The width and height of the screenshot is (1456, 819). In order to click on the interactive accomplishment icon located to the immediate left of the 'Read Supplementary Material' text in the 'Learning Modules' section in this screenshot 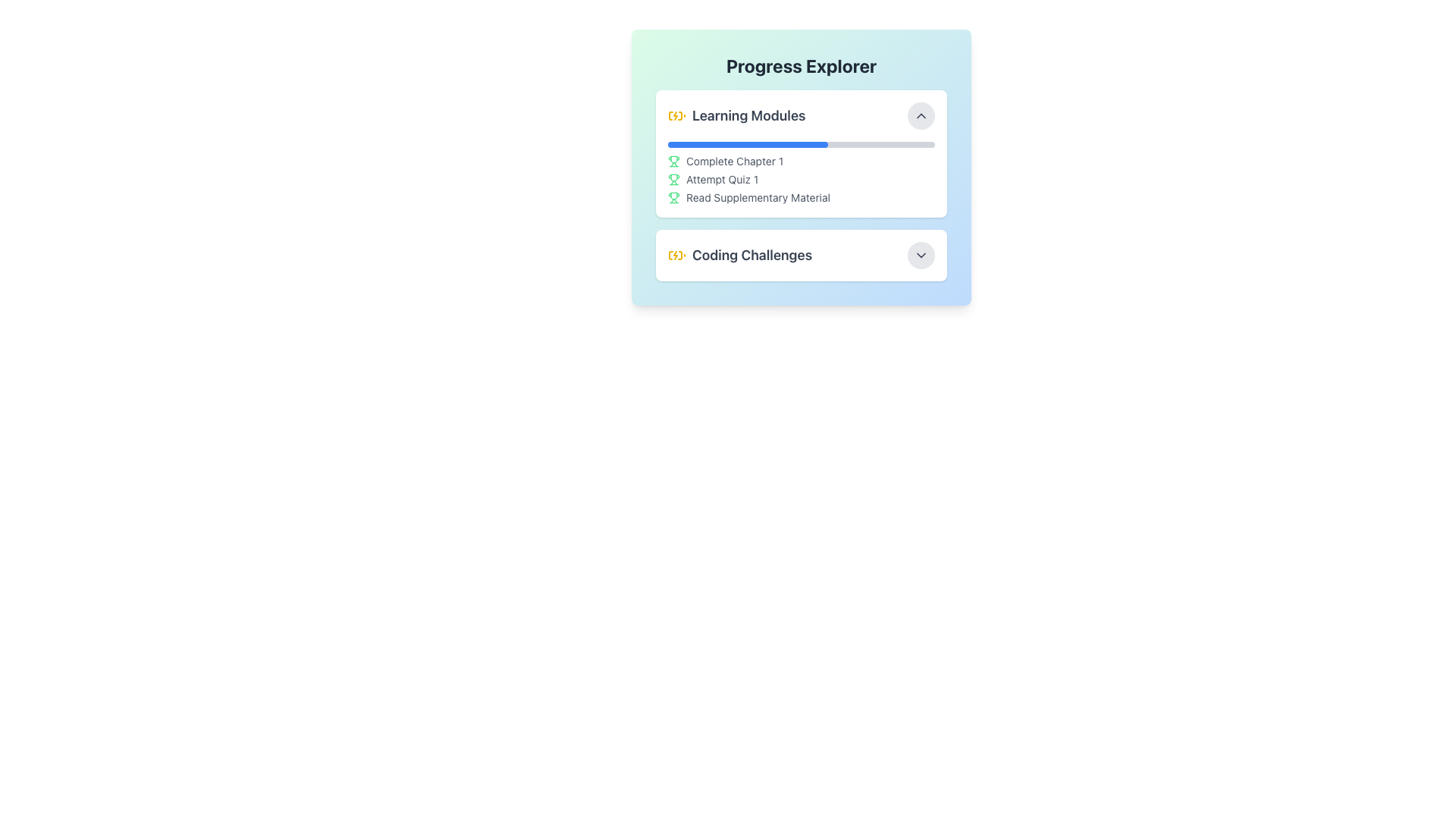, I will do `click(673, 197)`.